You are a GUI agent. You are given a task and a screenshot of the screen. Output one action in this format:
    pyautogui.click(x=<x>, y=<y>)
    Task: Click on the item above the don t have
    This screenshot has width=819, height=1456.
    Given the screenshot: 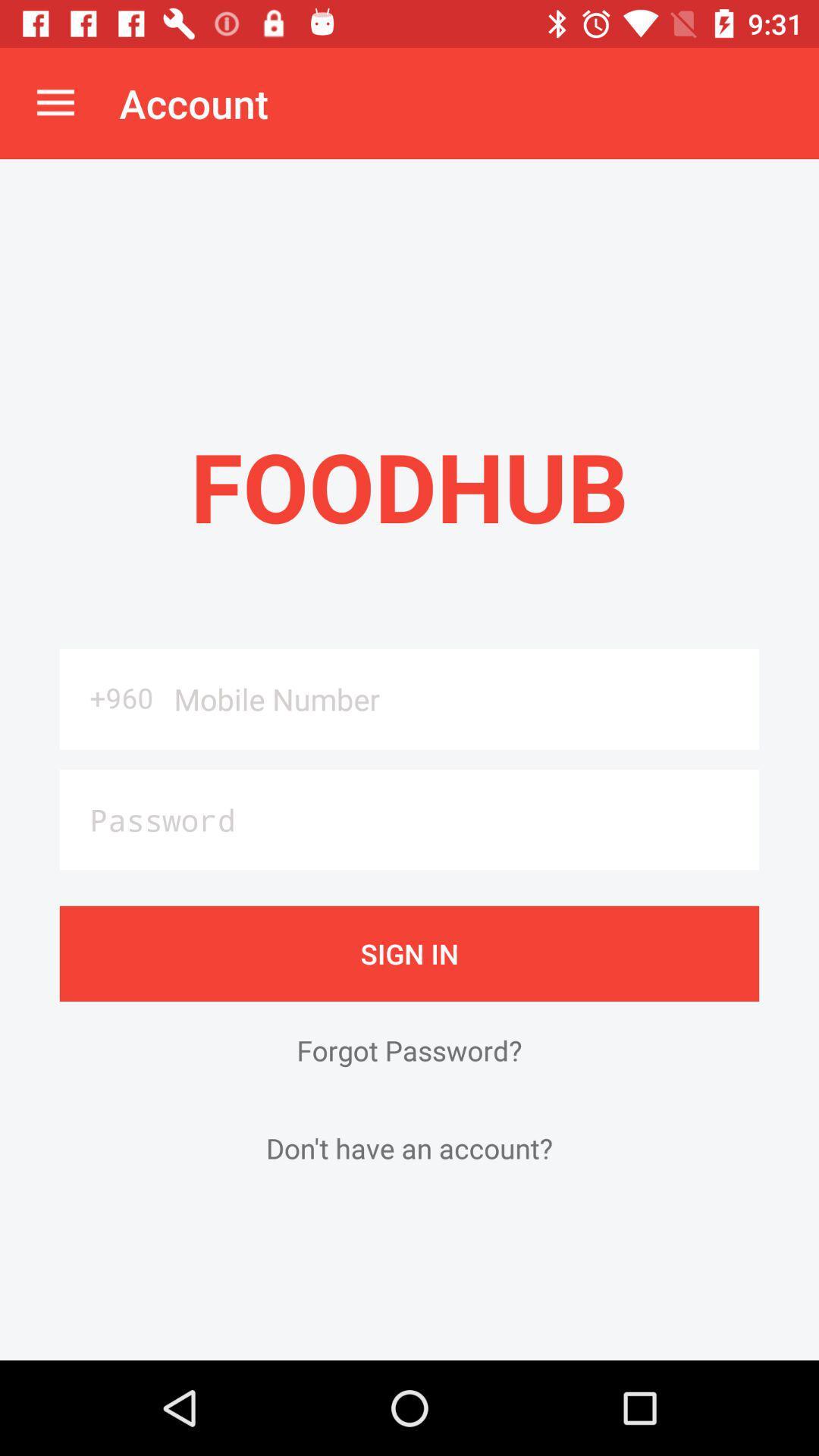 What is the action you would take?
    pyautogui.click(x=409, y=1050)
    